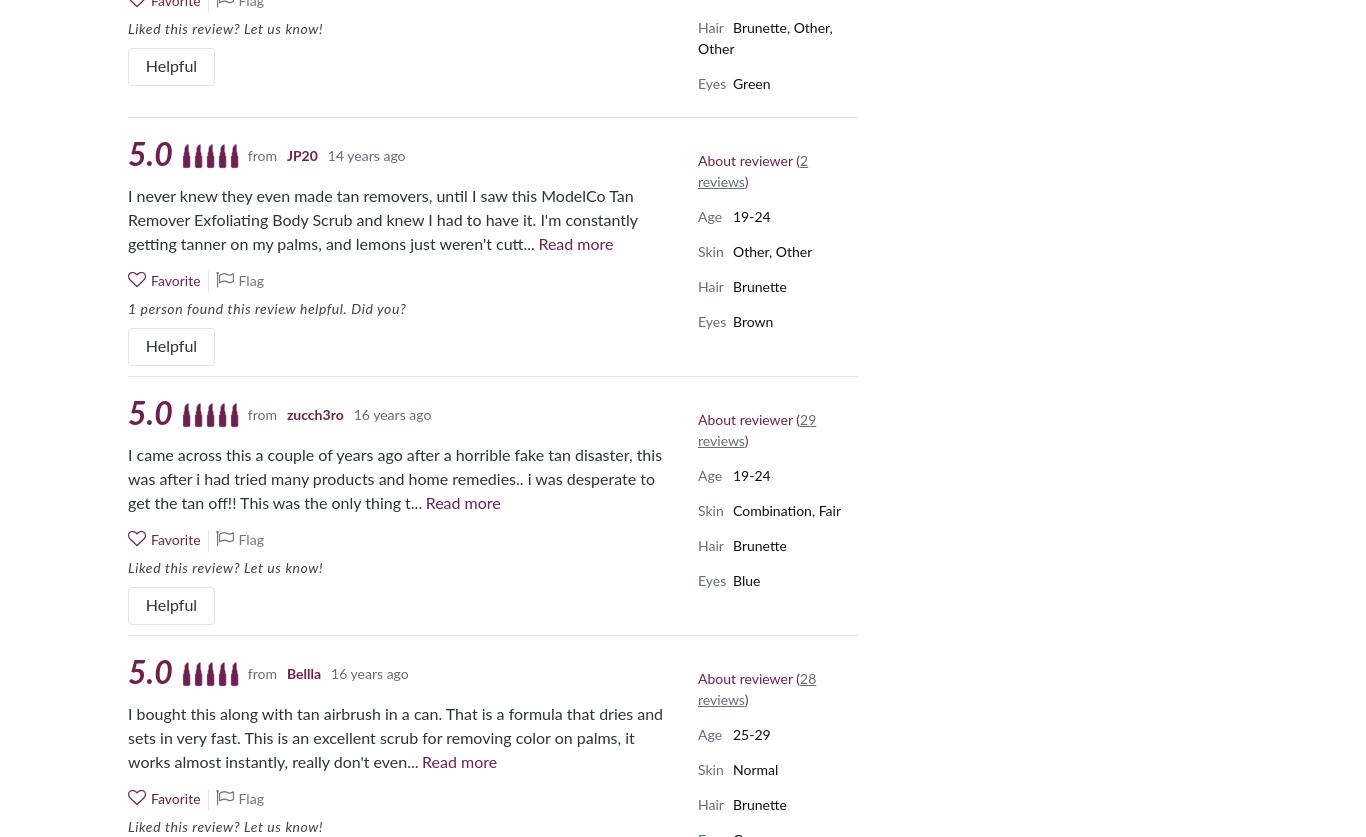 Image resolution: width=1366 pixels, height=837 pixels. Describe the element at coordinates (764, 38) in the screenshot. I see `'Brunette, Other, Other'` at that location.